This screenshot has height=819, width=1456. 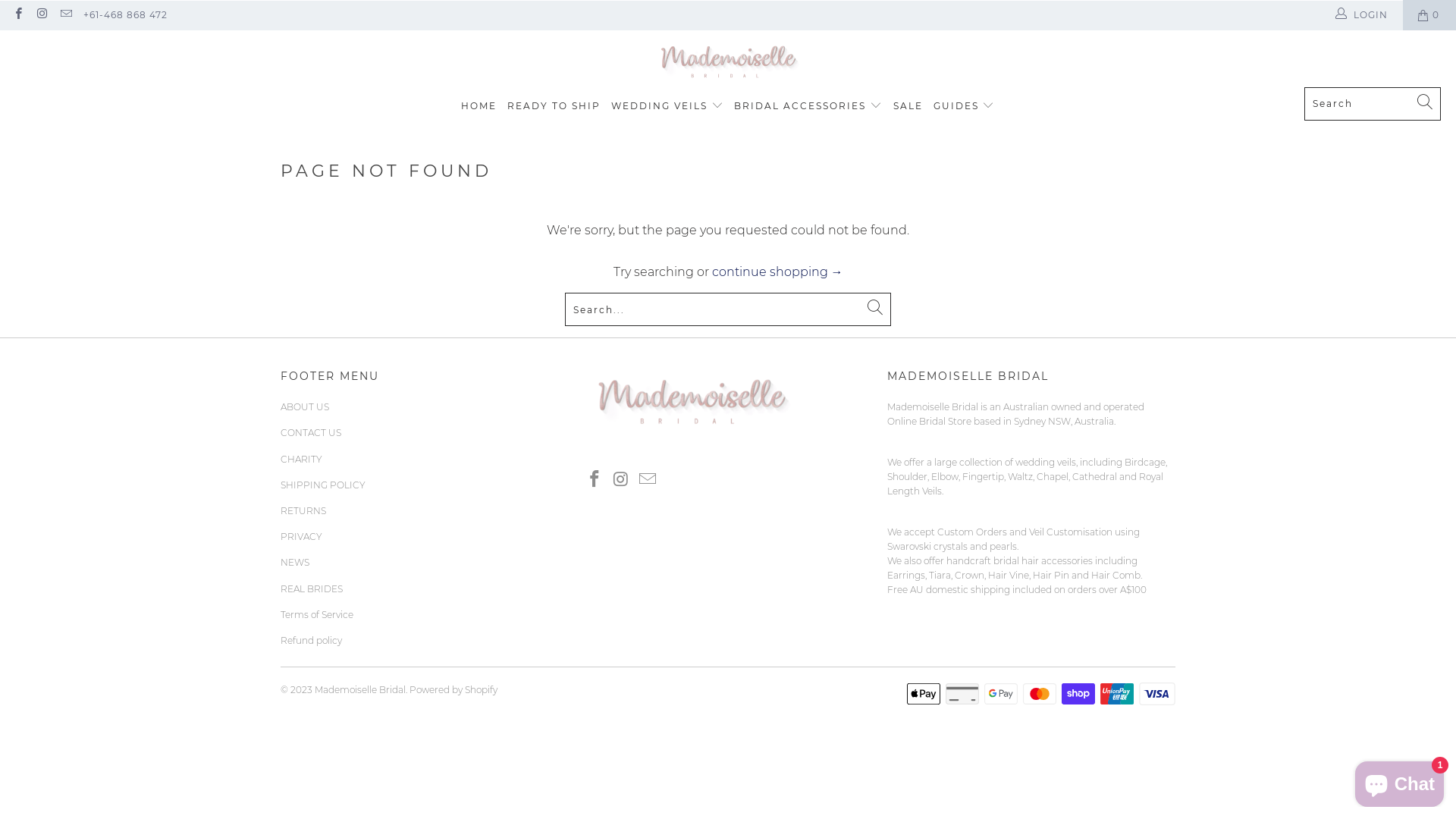 I want to click on 'NEWS', so click(x=280, y=562).